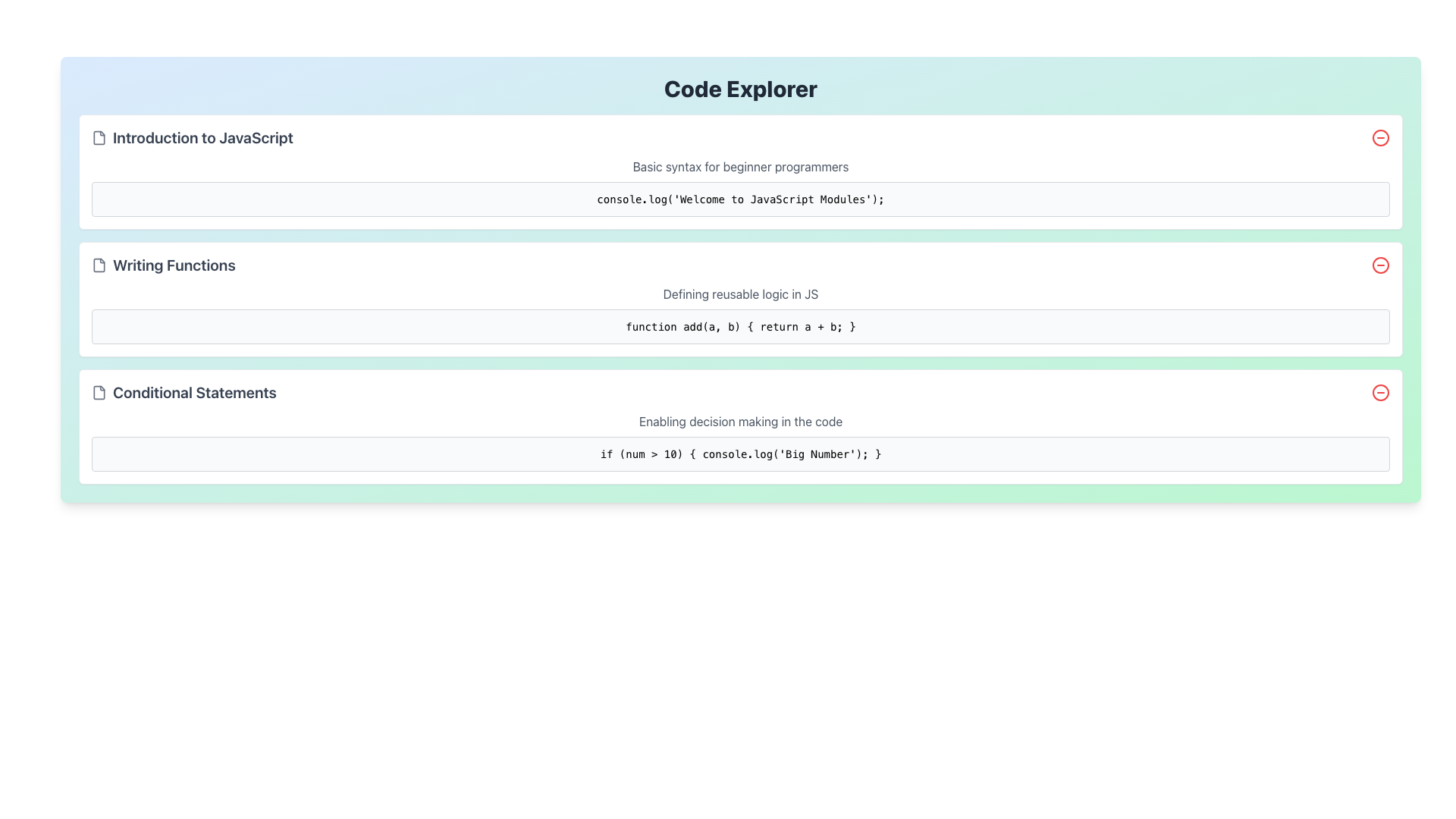  What do you see at coordinates (741, 294) in the screenshot?
I see `the static text label reading 'Defining reusable logic in JS', which is styled in gray and located within the section titled 'Writing Functions'` at bounding box center [741, 294].